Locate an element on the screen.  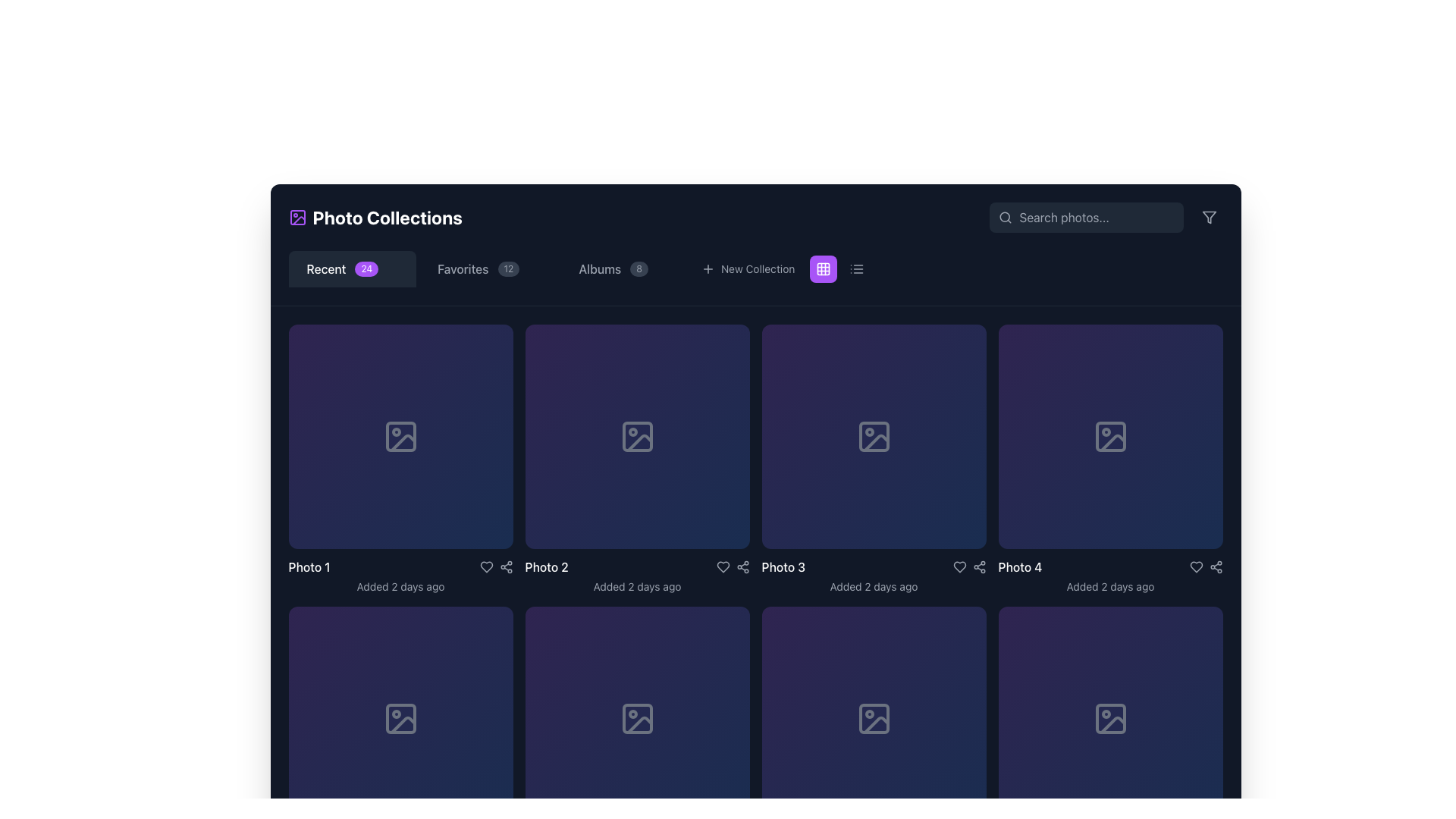
the heart-shaped icon within the toolbar of the 'Photo 2' photo card to like or favorite the photo is located at coordinates (486, 567).